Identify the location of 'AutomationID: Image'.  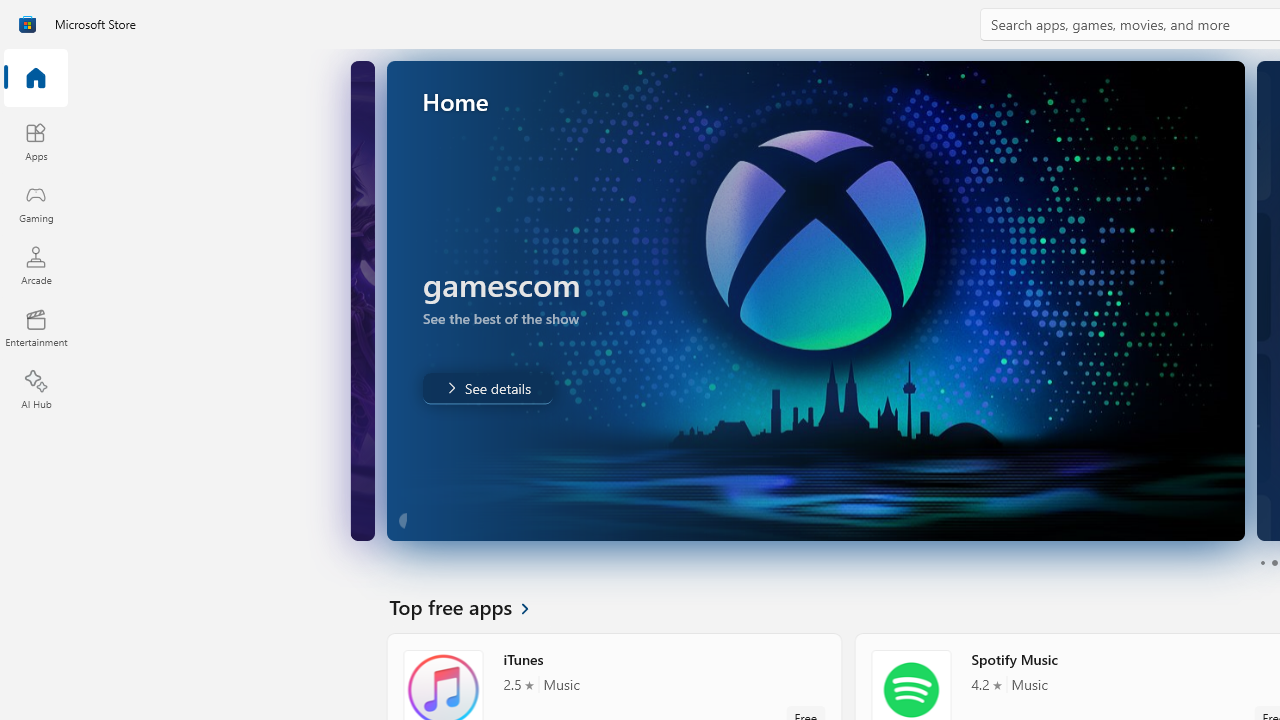
(815, 300).